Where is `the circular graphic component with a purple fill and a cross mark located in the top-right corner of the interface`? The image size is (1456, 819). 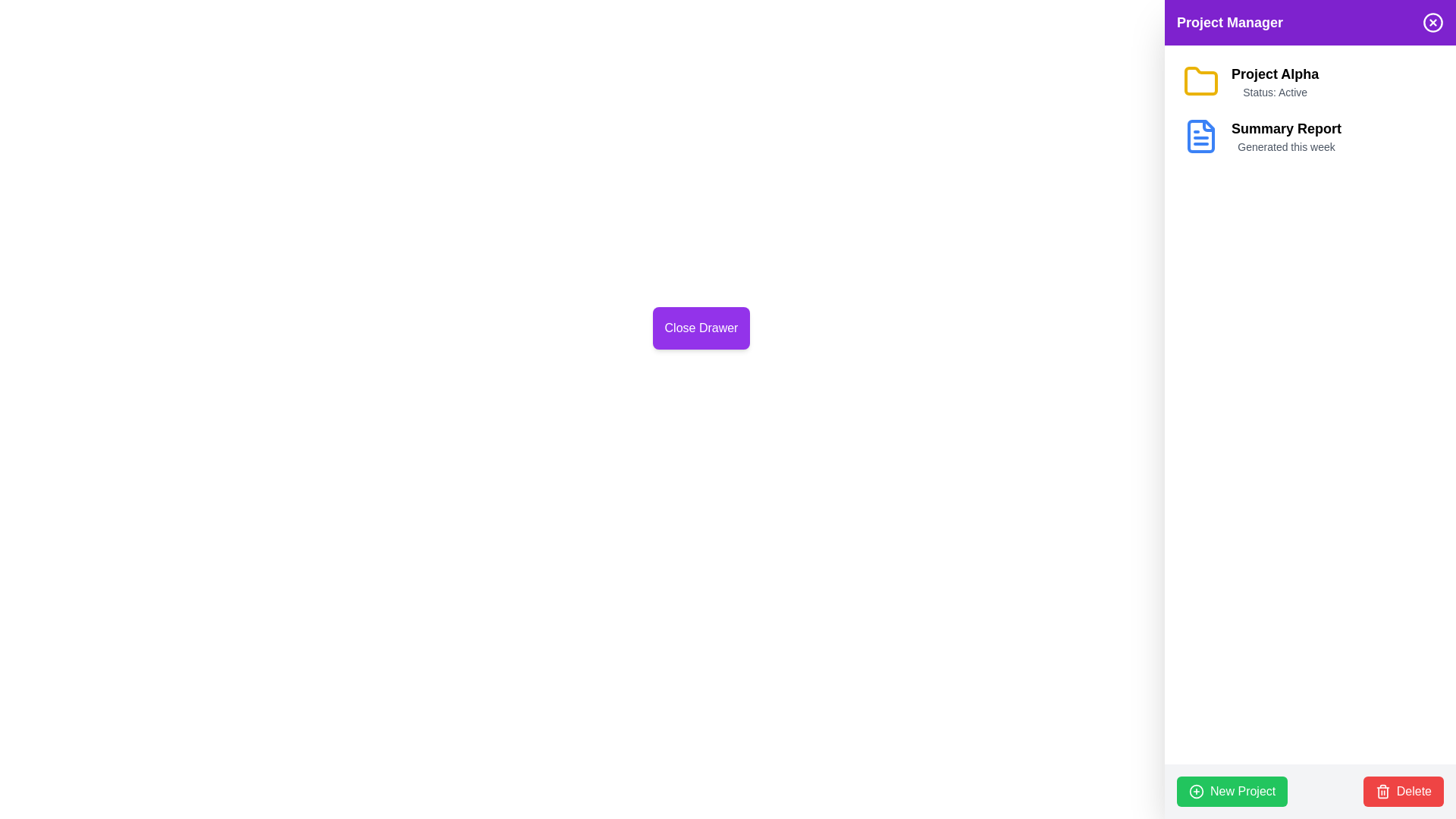 the circular graphic component with a purple fill and a cross mark located in the top-right corner of the interface is located at coordinates (1432, 23).